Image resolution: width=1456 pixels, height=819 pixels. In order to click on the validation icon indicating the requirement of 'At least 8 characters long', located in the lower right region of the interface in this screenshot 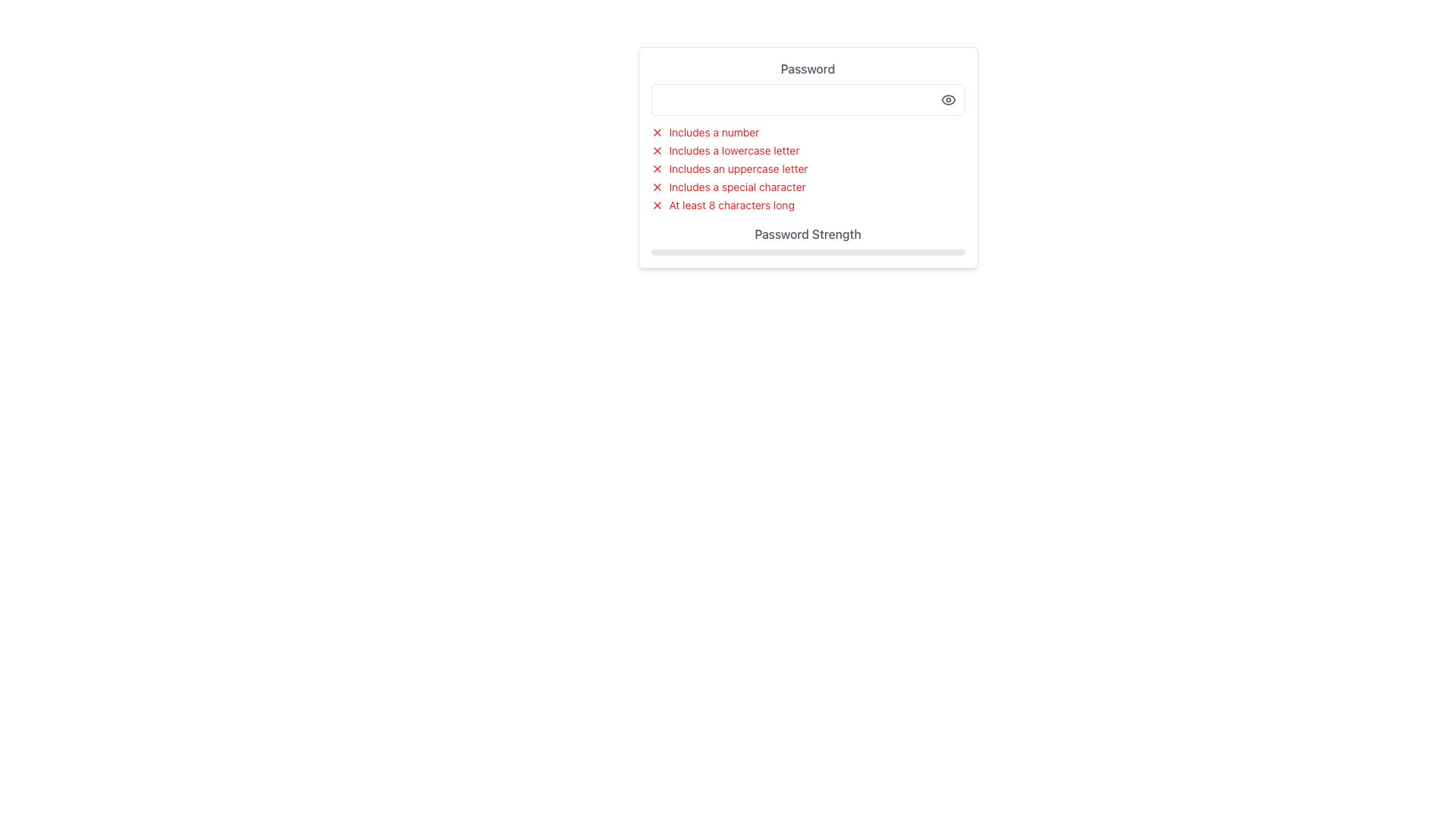, I will do `click(657, 205)`.